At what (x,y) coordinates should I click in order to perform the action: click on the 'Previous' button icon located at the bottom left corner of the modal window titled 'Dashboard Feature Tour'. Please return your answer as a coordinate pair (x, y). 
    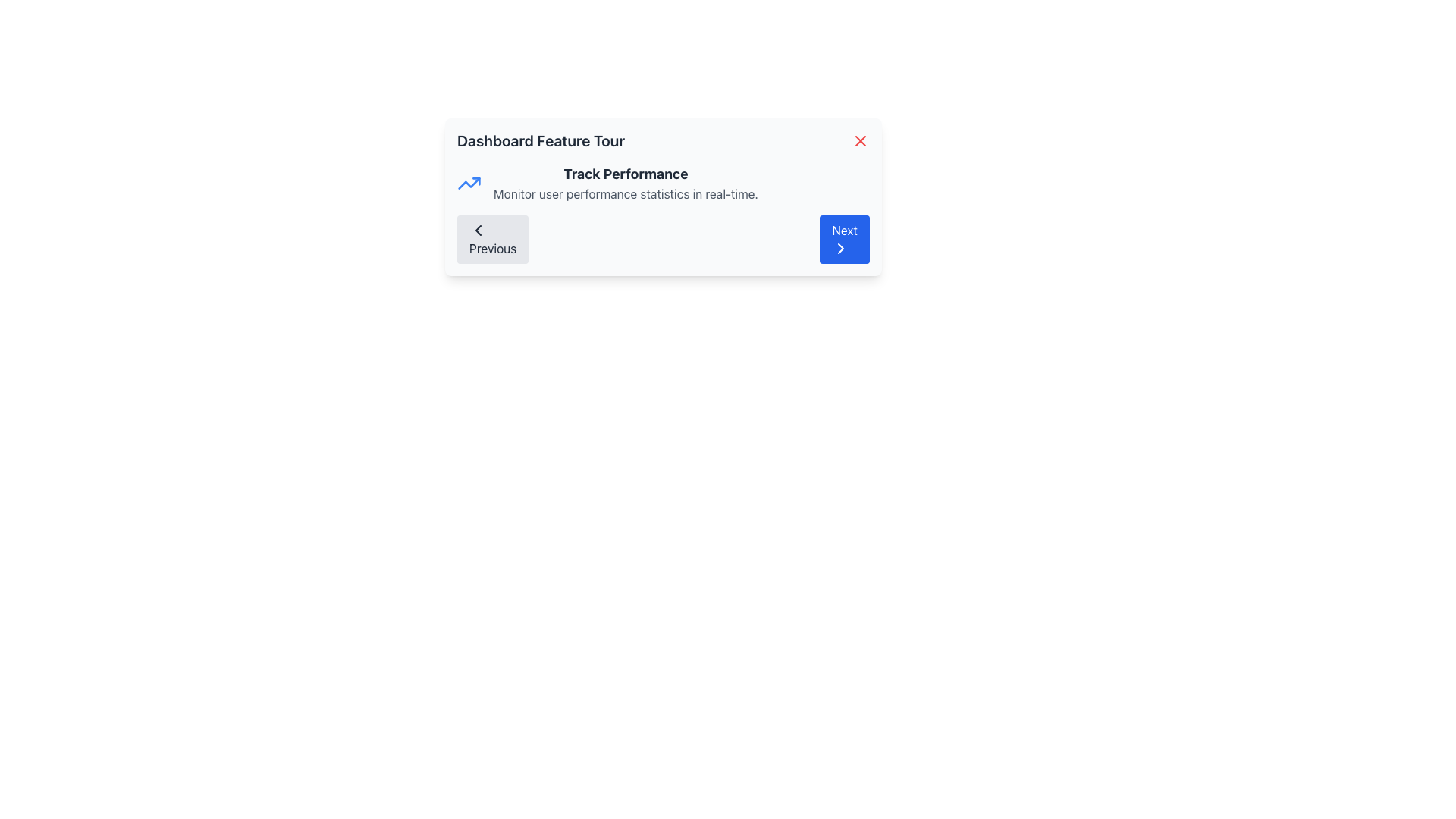
    Looking at the image, I should click on (477, 231).